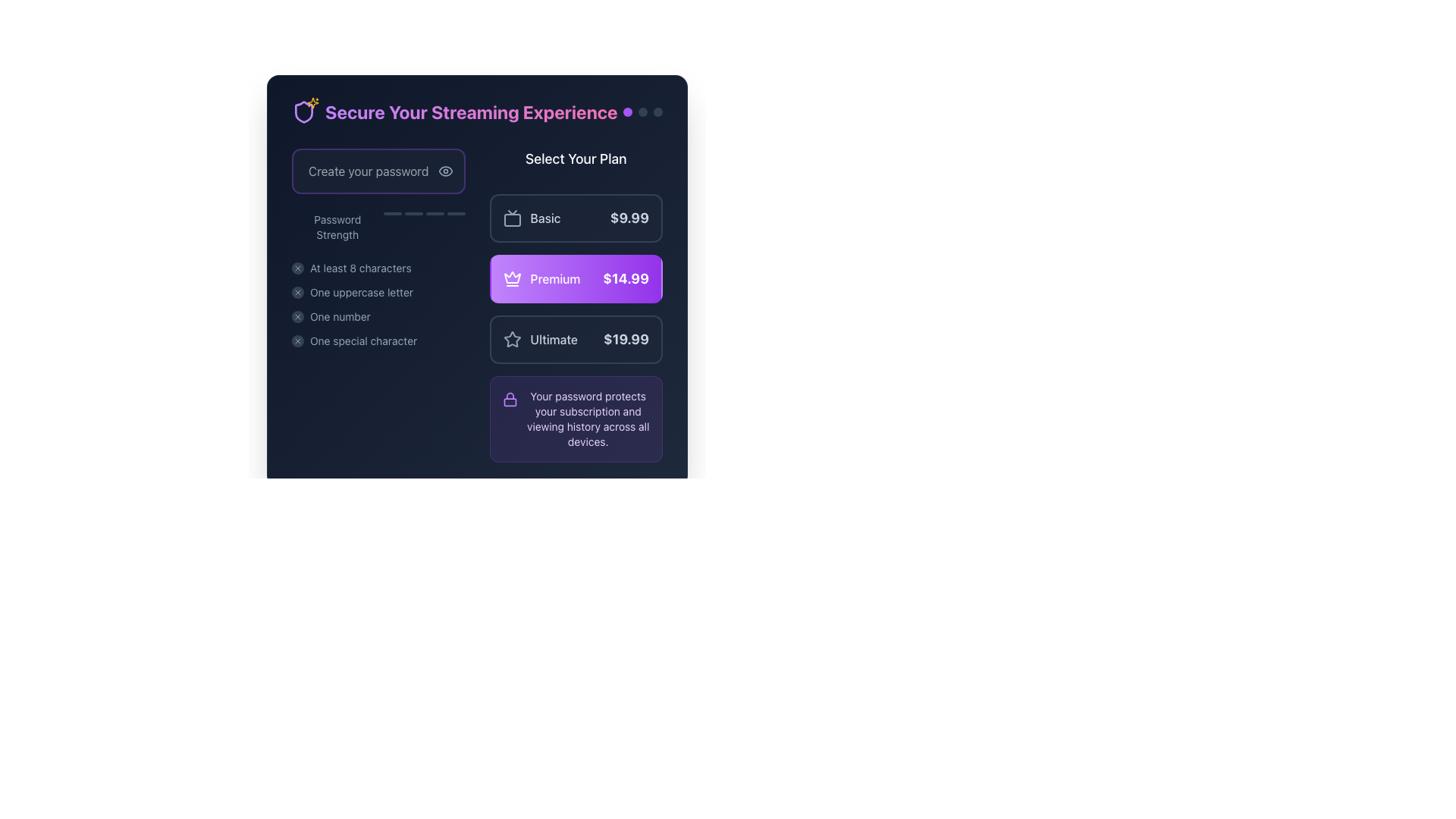 This screenshot has height=819, width=1456. I want to click on the visual change in the second progress indicator bar, which is a horizontally elongated rectangle with rounded edges, dark gray in color, located beneath the 'Password Strength' label, so click(413, 213).